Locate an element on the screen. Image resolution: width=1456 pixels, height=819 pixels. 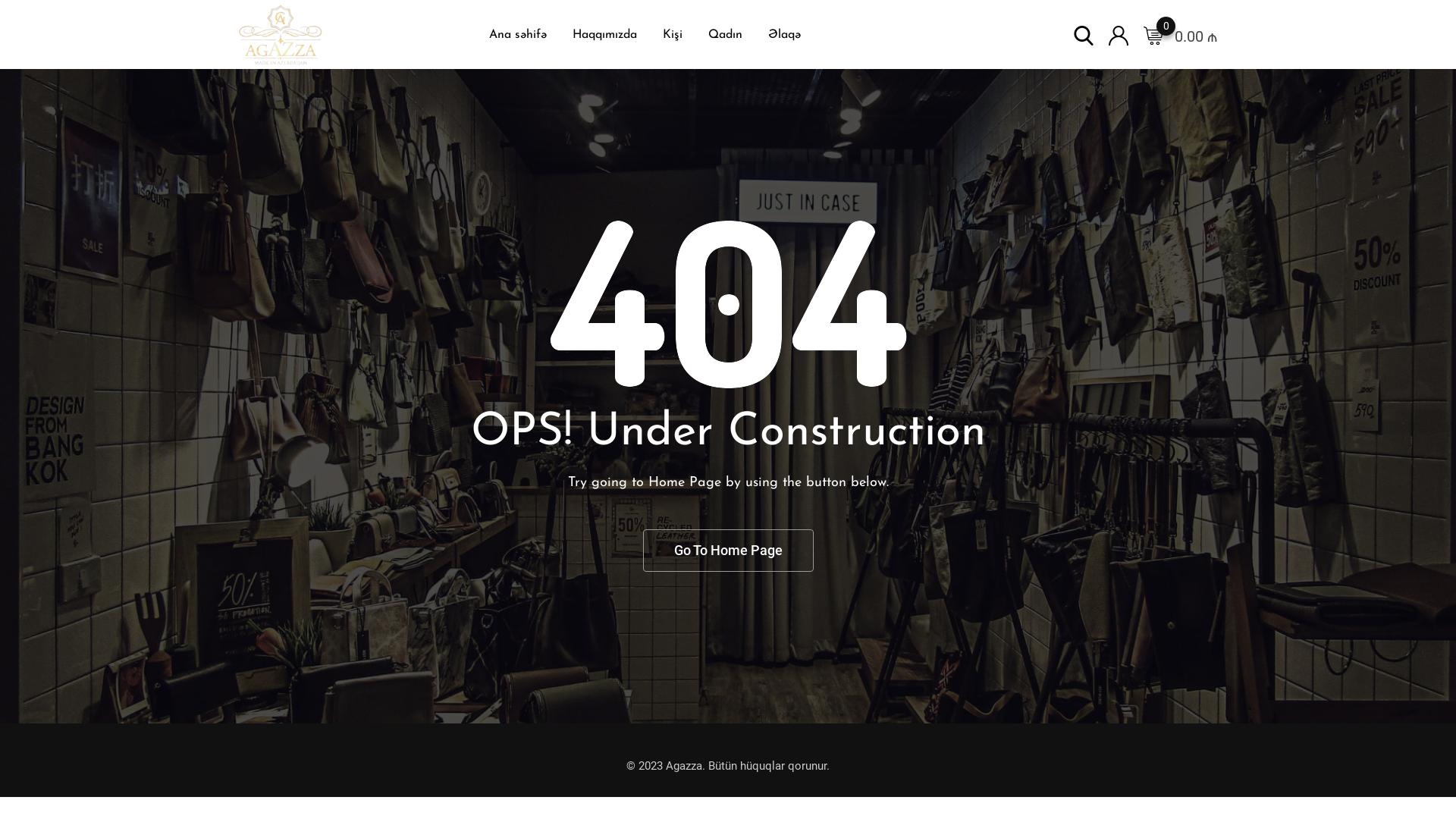
'Search' is located at coordinates (1083, 34).